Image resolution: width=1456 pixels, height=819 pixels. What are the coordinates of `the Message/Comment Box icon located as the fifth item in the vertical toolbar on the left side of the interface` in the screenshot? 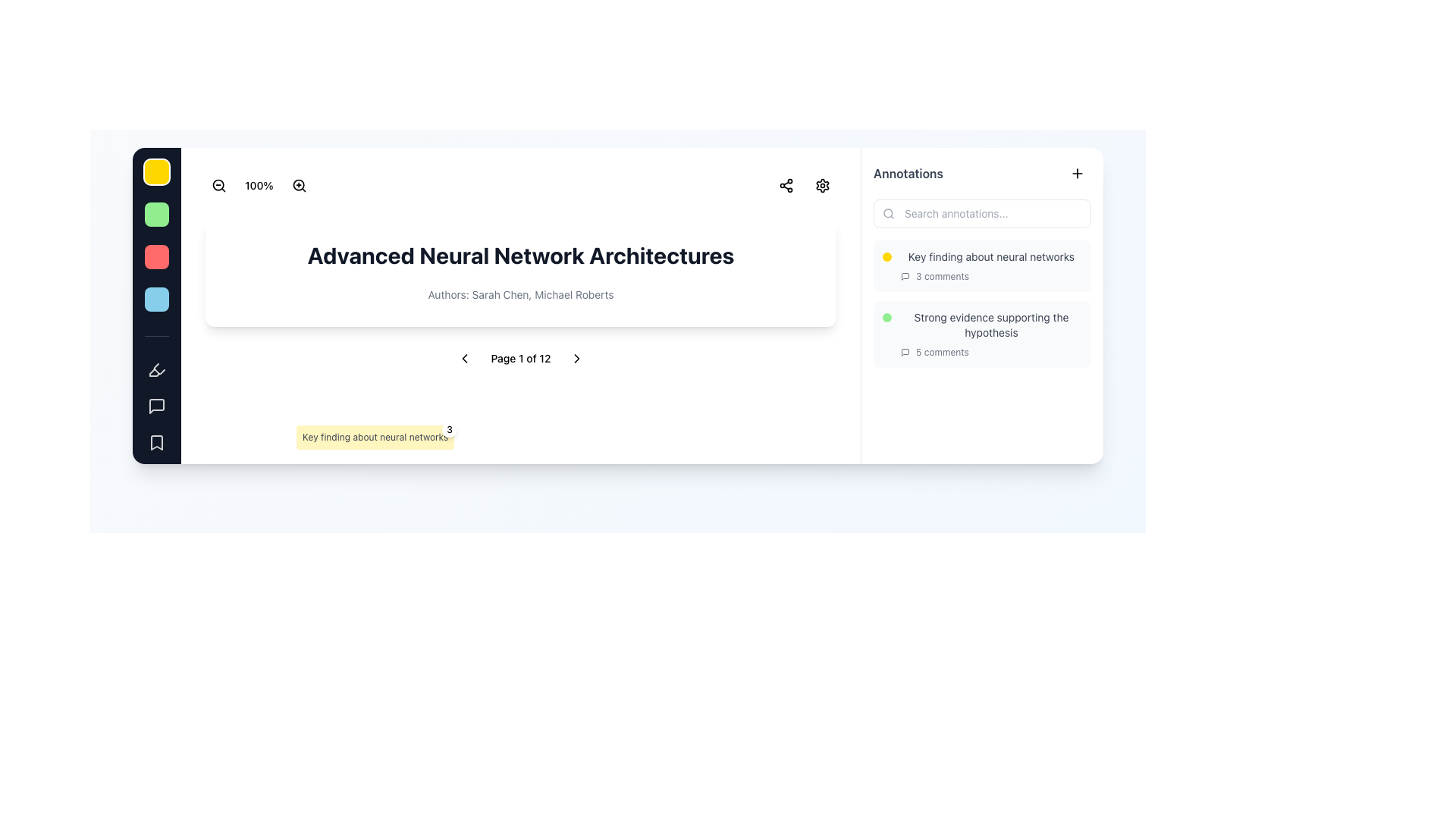 It's located at (156, 406).